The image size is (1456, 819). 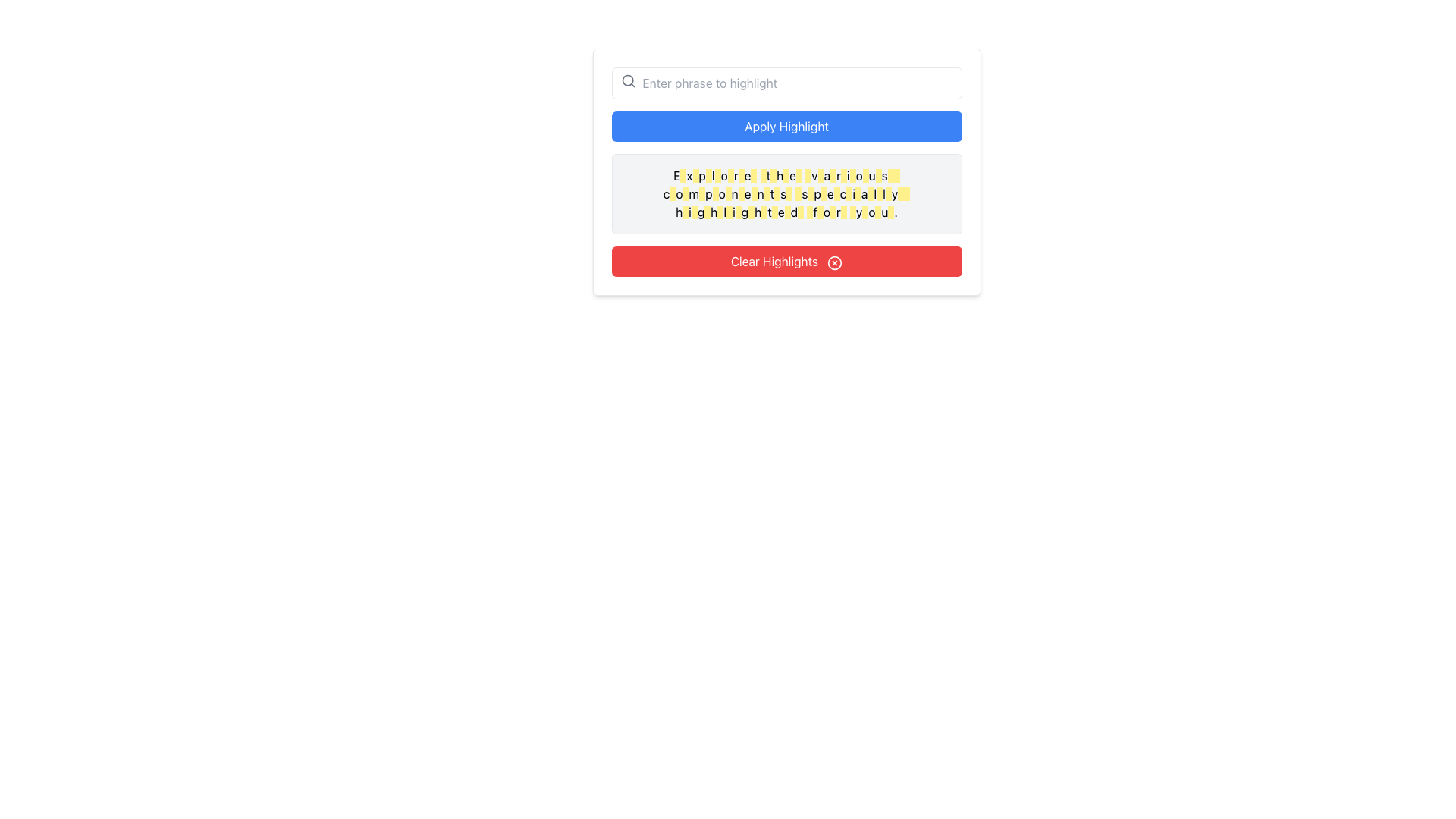 I want to click on the fourth highlighted segment of the word 'components' in the visual highlight block to emphasize it, so click(x=714, y=193).